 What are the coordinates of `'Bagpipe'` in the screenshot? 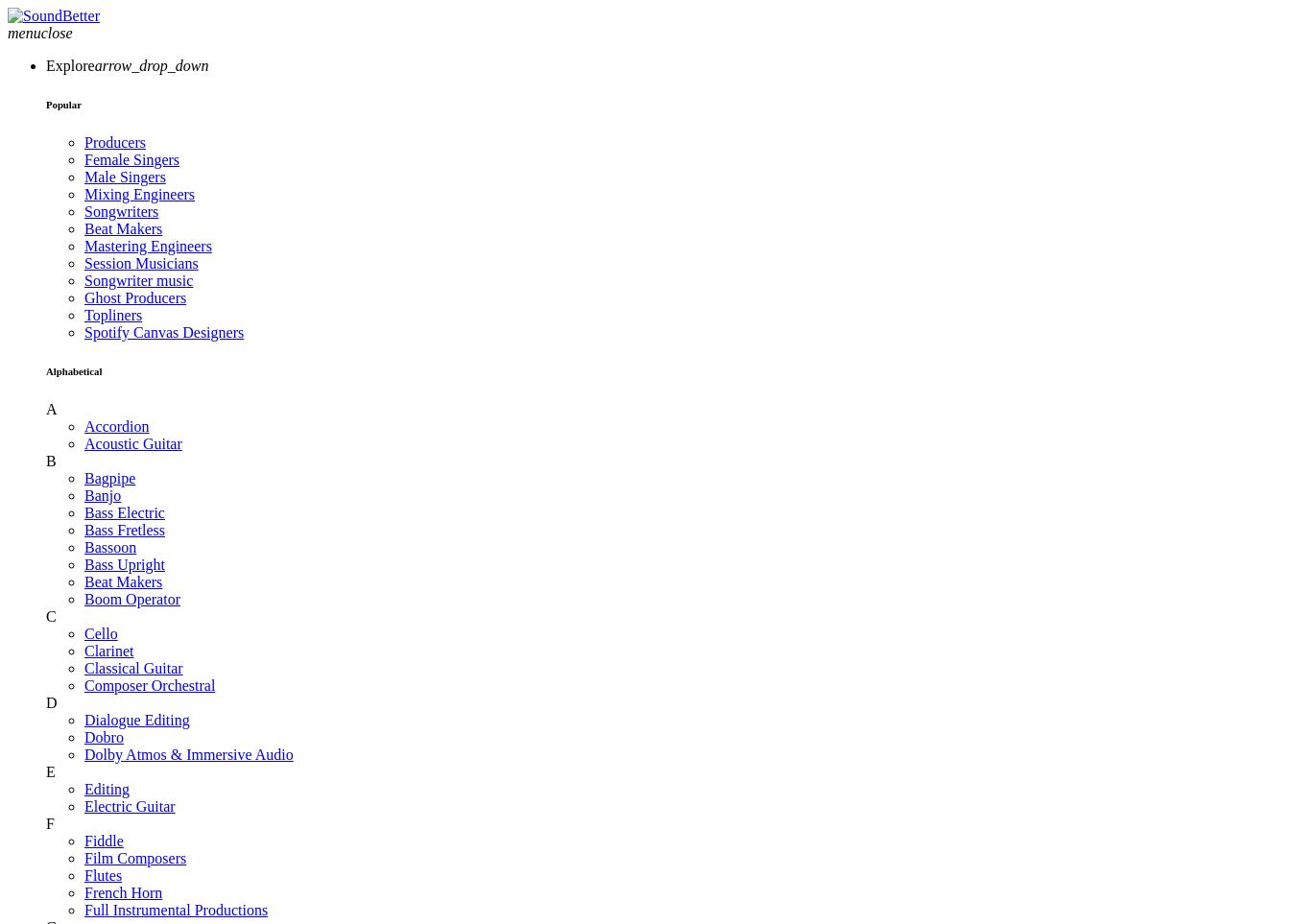 It's located at (109, 477).